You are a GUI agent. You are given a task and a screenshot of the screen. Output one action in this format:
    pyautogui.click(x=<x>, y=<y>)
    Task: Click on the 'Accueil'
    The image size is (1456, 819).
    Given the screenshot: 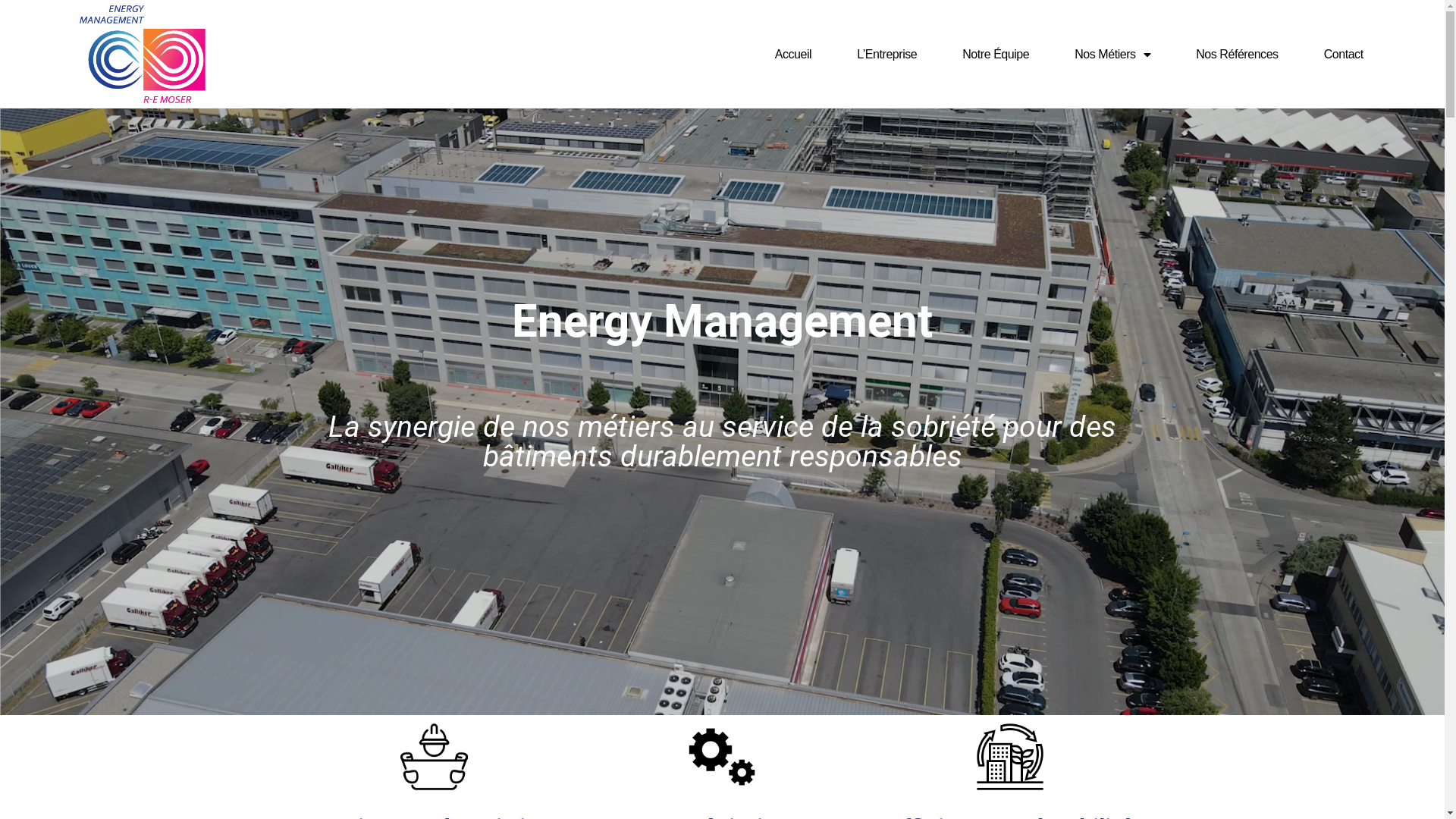 What is the action you would take?
    pyautogui.click(x=792, y=54)
    